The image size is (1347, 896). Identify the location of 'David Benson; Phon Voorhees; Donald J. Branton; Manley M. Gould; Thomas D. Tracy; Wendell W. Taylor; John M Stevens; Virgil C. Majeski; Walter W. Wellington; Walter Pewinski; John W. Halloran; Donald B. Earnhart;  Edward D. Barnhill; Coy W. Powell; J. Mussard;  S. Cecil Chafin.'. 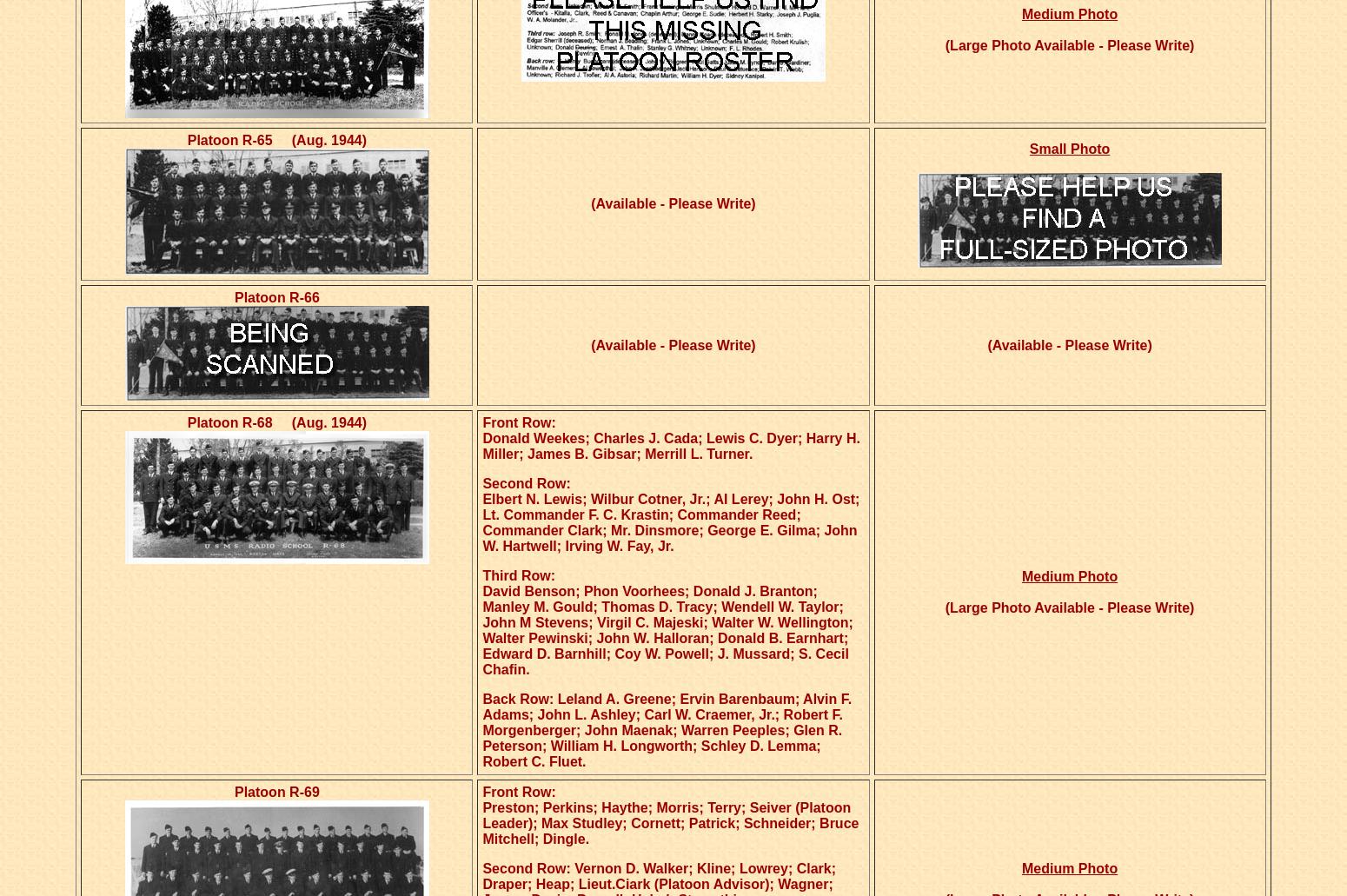
(482, 629).